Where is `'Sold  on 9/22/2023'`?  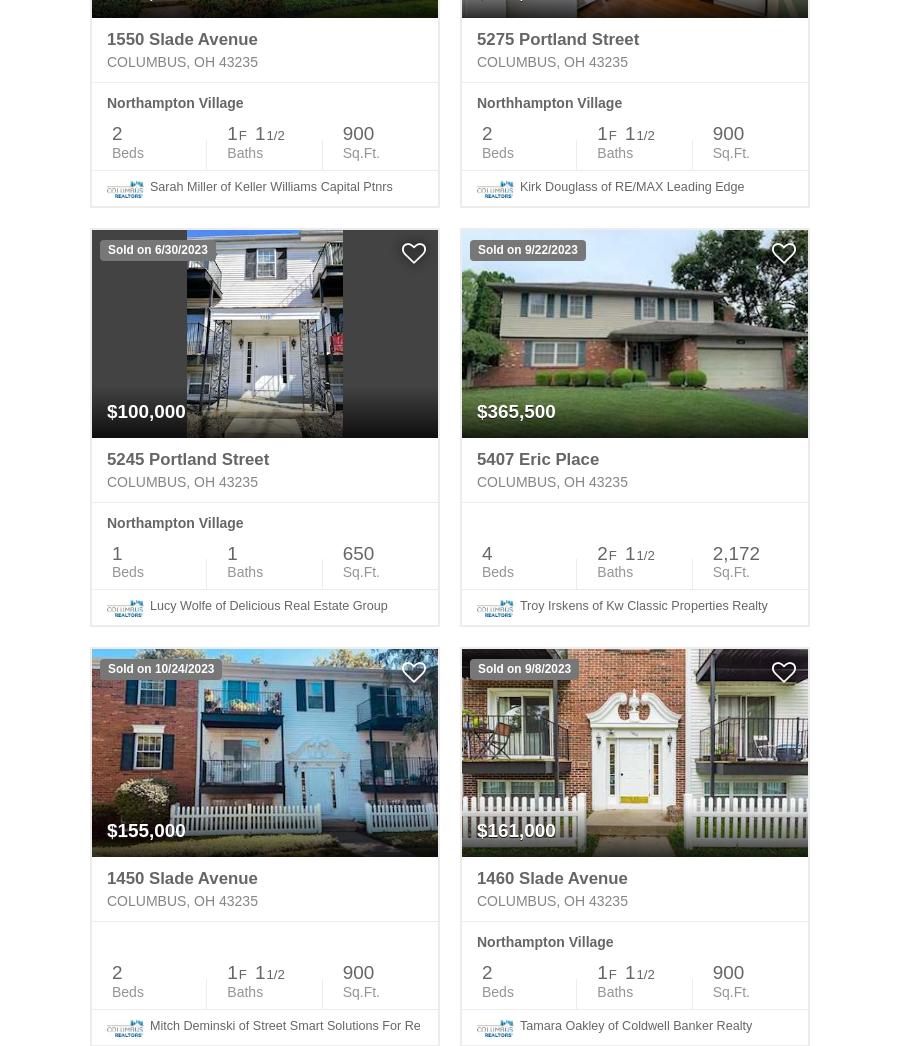
'Sold  on 9/22/2023' is located at coordinates (526, 247).